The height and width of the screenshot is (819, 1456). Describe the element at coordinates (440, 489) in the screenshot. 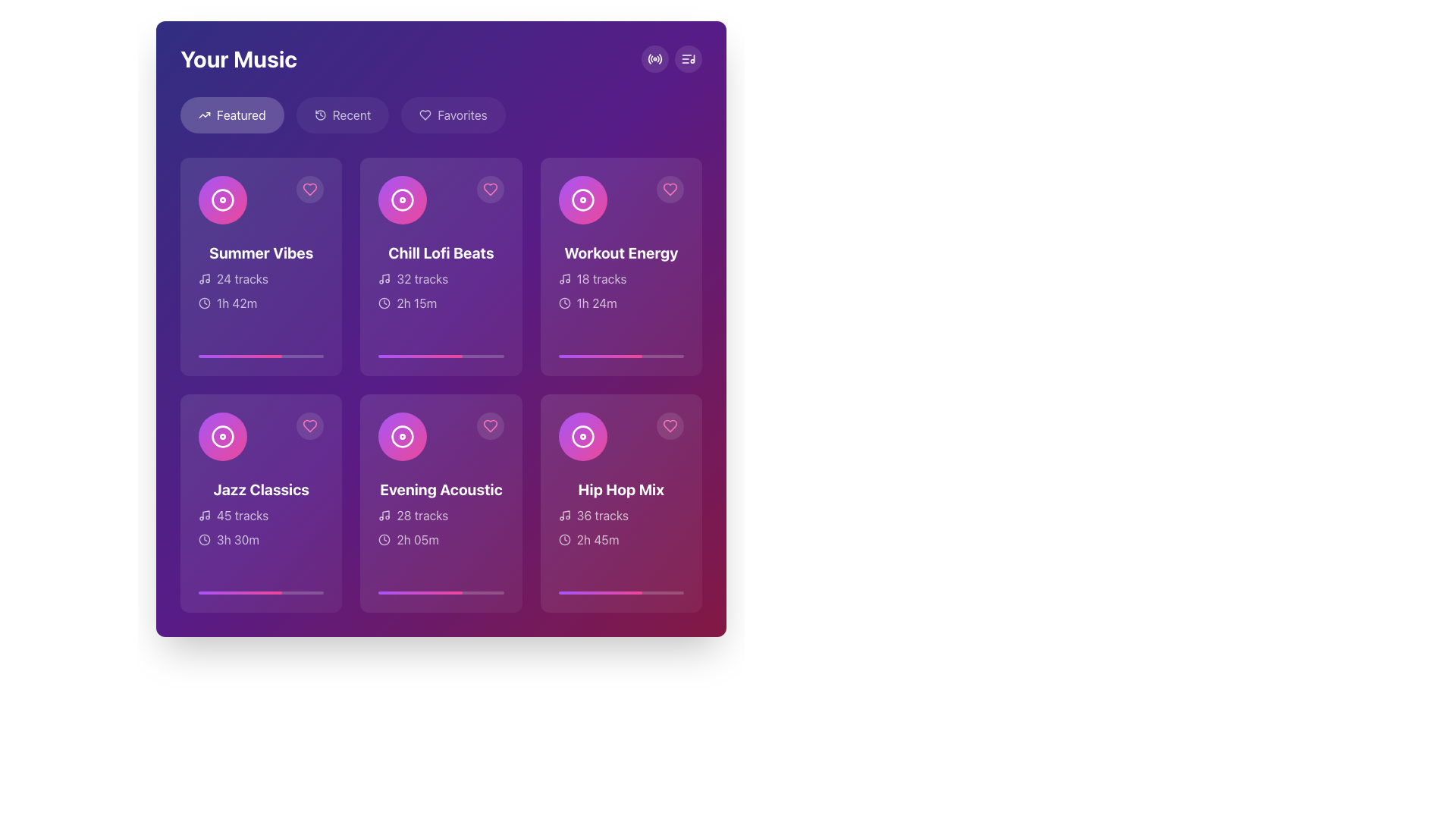

I see `the text label that serves as the title for a music playlist or category, located in the second row of items within the third card below the header 'Your Music'` at that location.